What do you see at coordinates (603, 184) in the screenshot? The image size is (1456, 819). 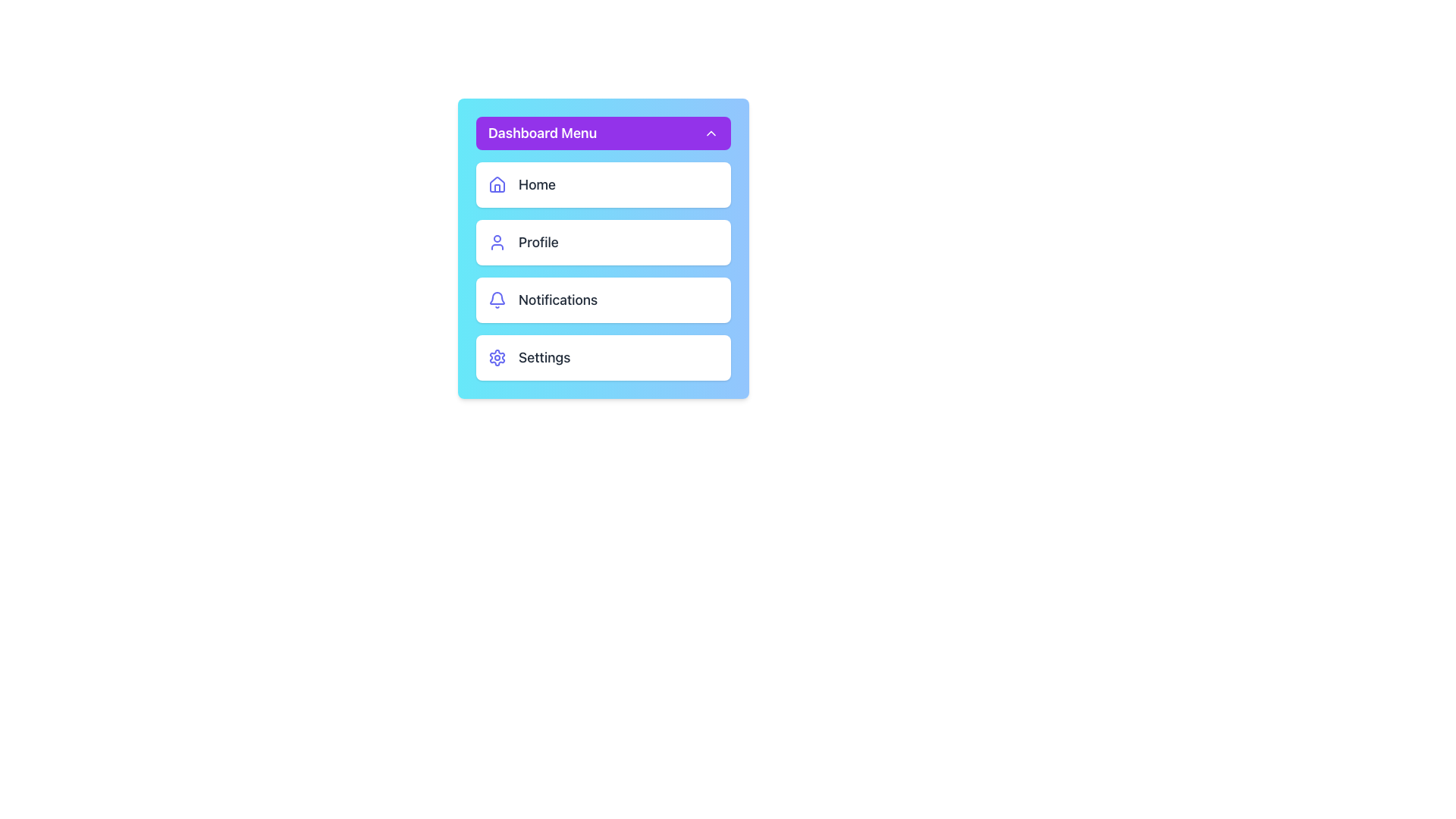 I see `the 'Home' menu item in the Dashboard Menu` at bounding box center [603, 184].